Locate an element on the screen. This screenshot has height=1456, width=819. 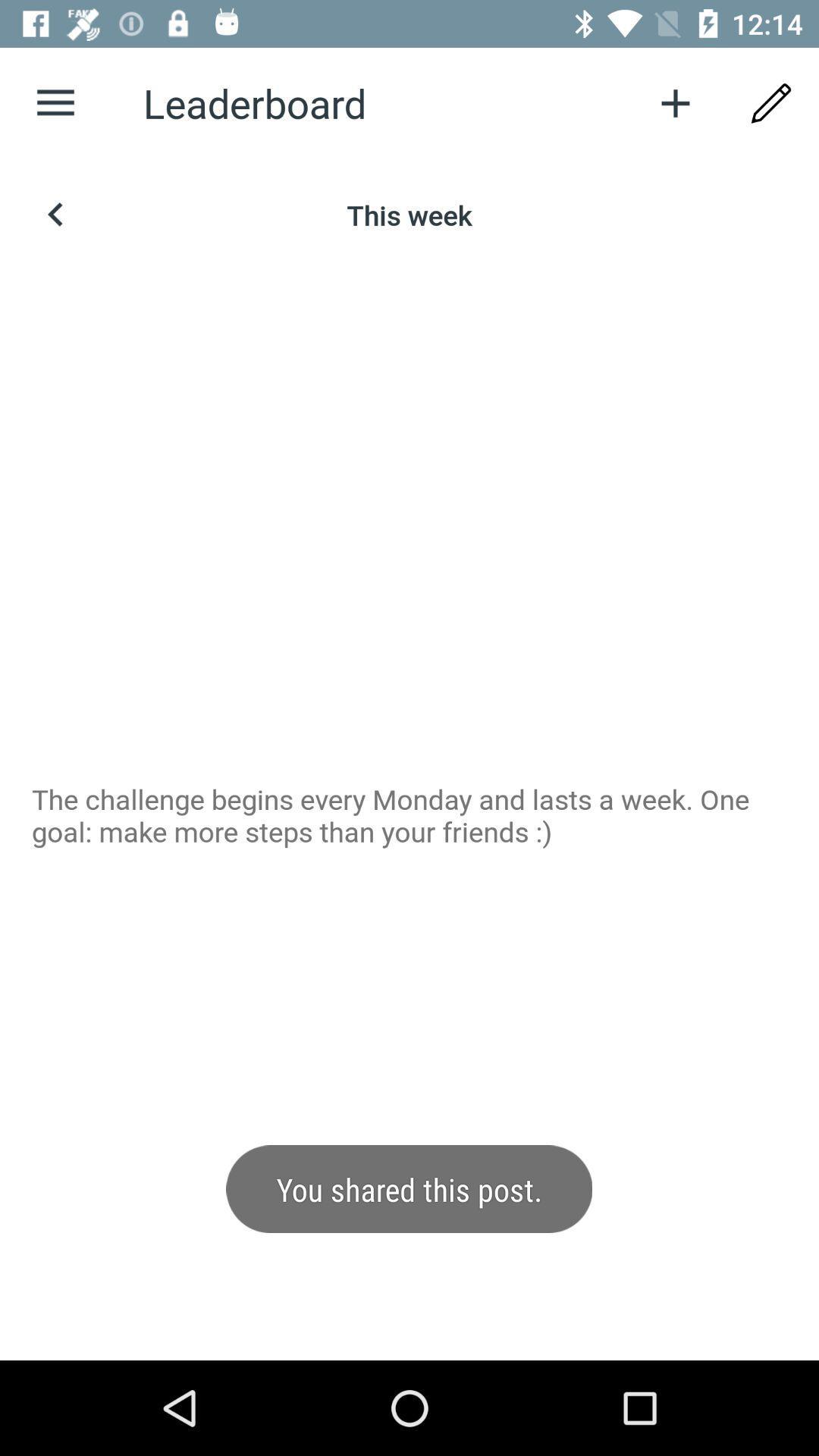
go back is located at coordinates (55, 214).